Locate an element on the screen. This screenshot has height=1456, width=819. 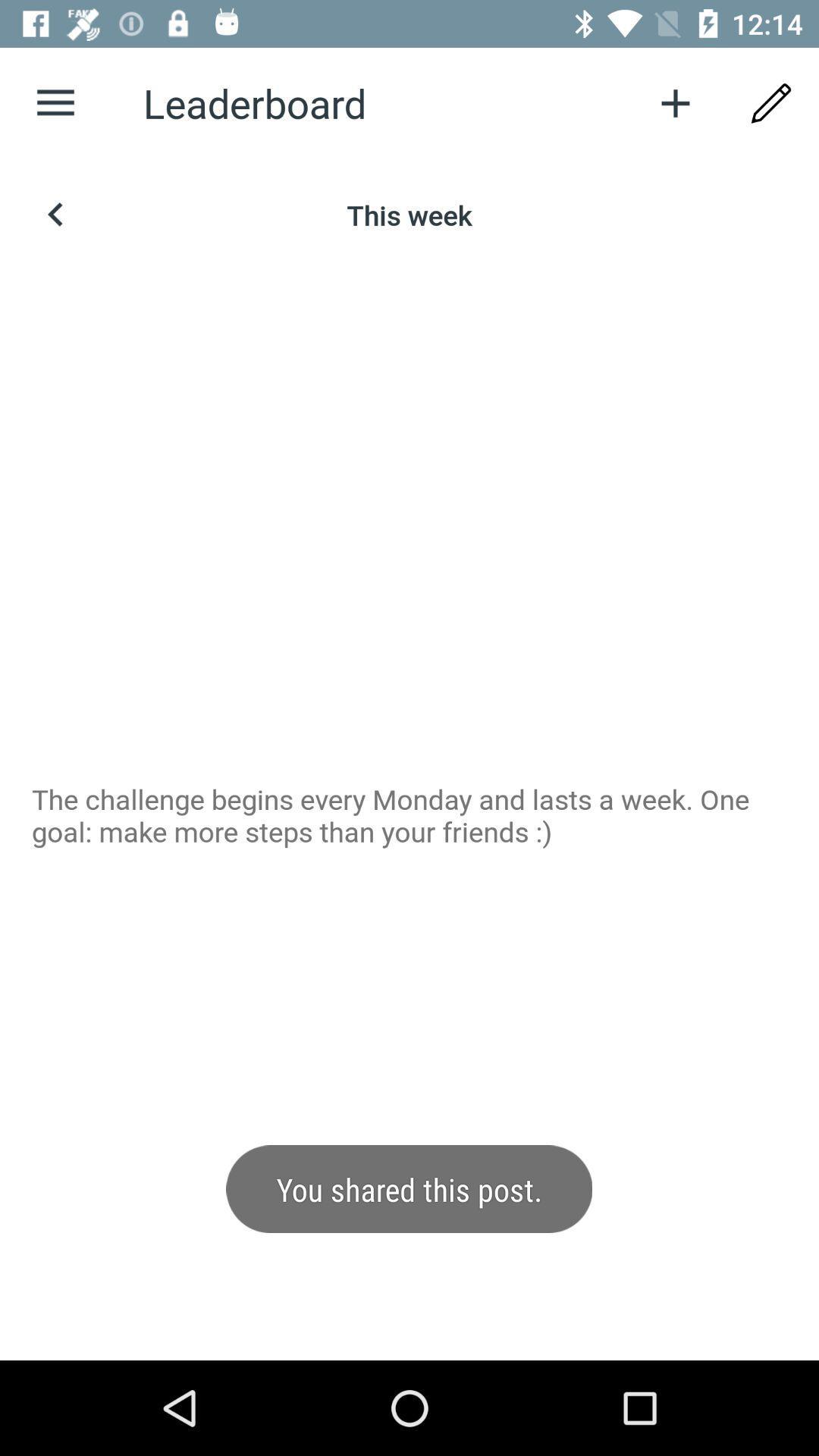
go back is located at coordinates (55, 214).